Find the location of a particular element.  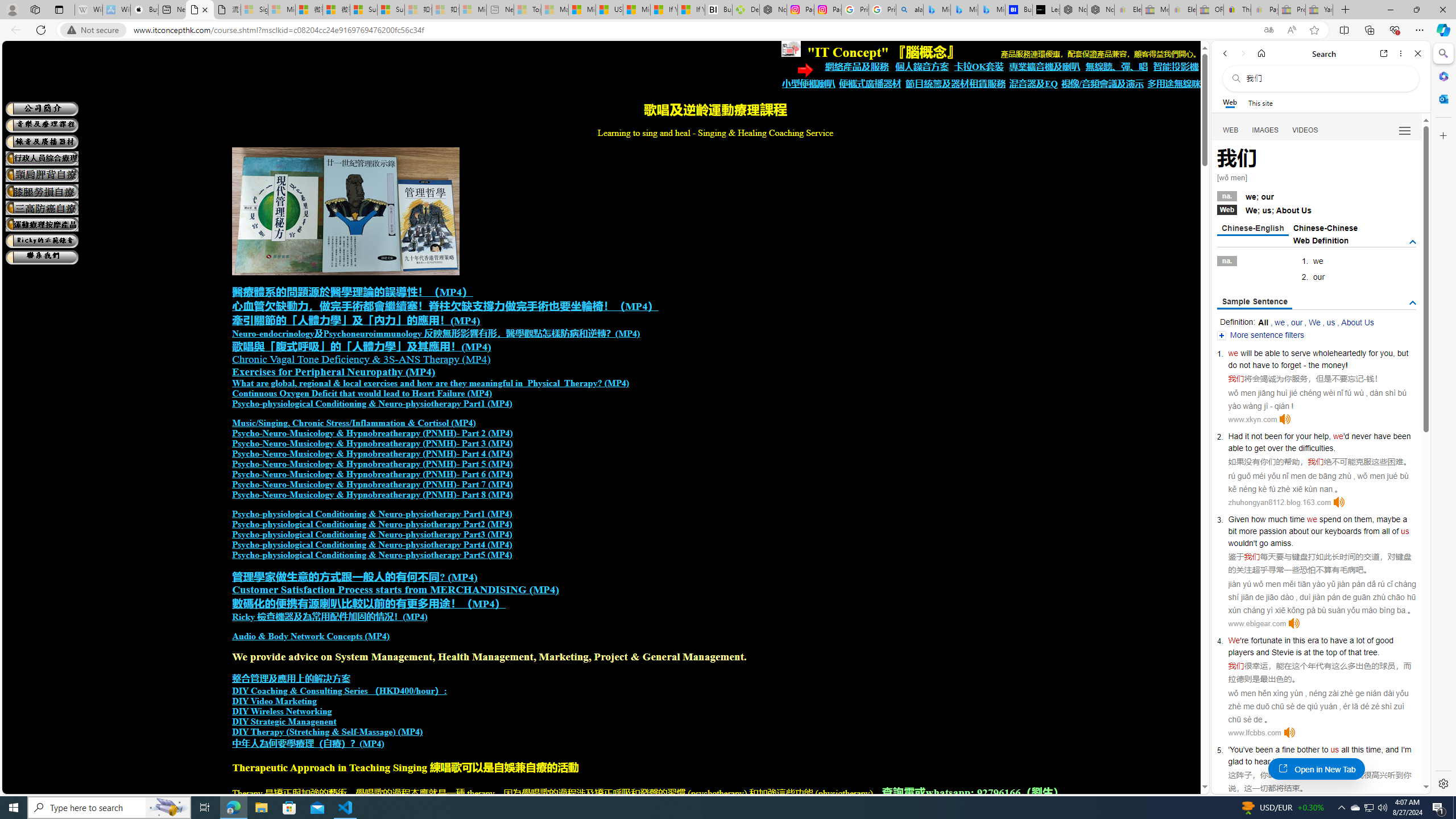

'Sign in to your Microsoft account - Sleeping' is located at coordinates (255, 9).